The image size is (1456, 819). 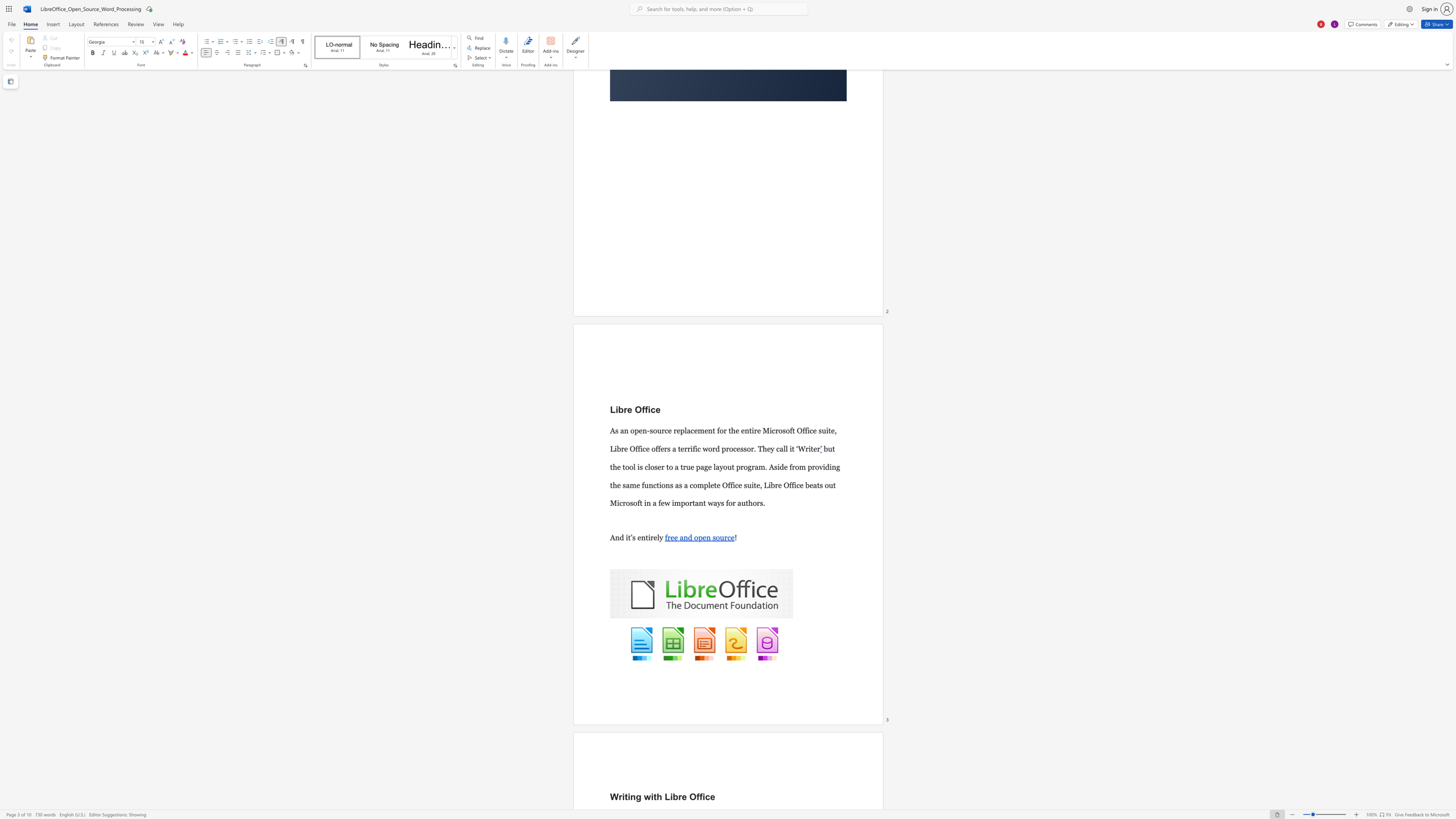 I want to click on the space between the continuous character "c" and "e" in the text, so click(x=730, y=538).